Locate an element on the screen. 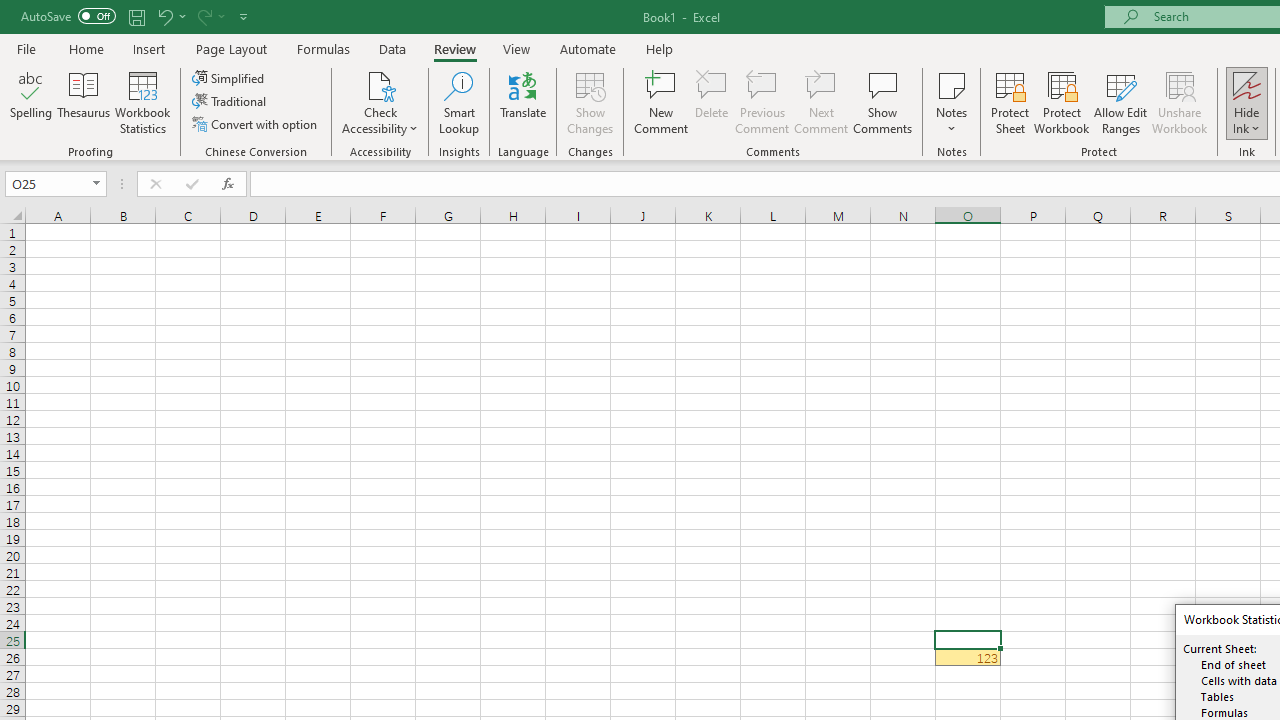 This screenshot has width=1280, height=720. 'Delete' is located at coordinates (712, 103).